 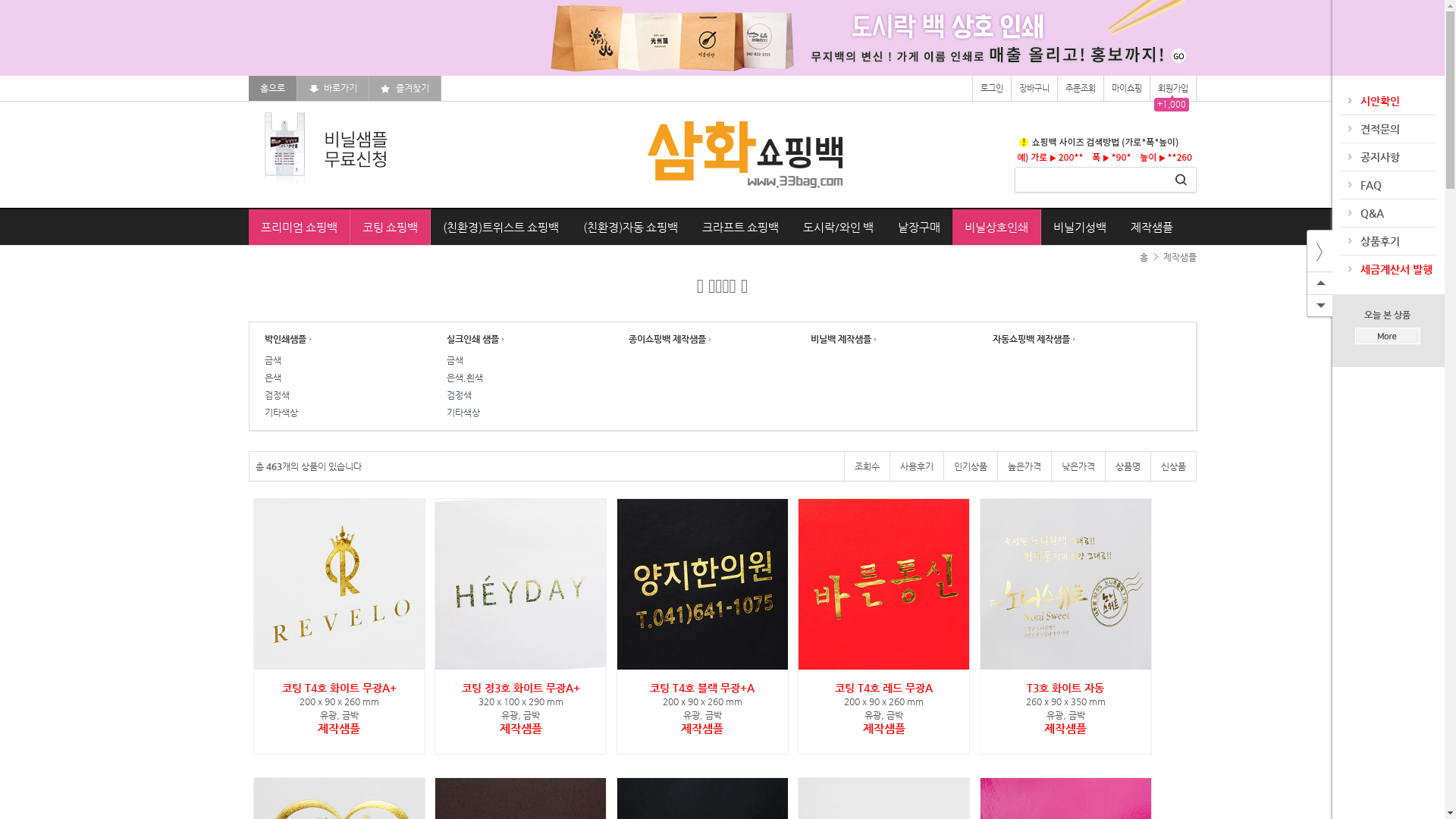 What do you see at coordinates (1318, 250) in the screenshot?
I see `'close'` at bounding box center [1318, 250].